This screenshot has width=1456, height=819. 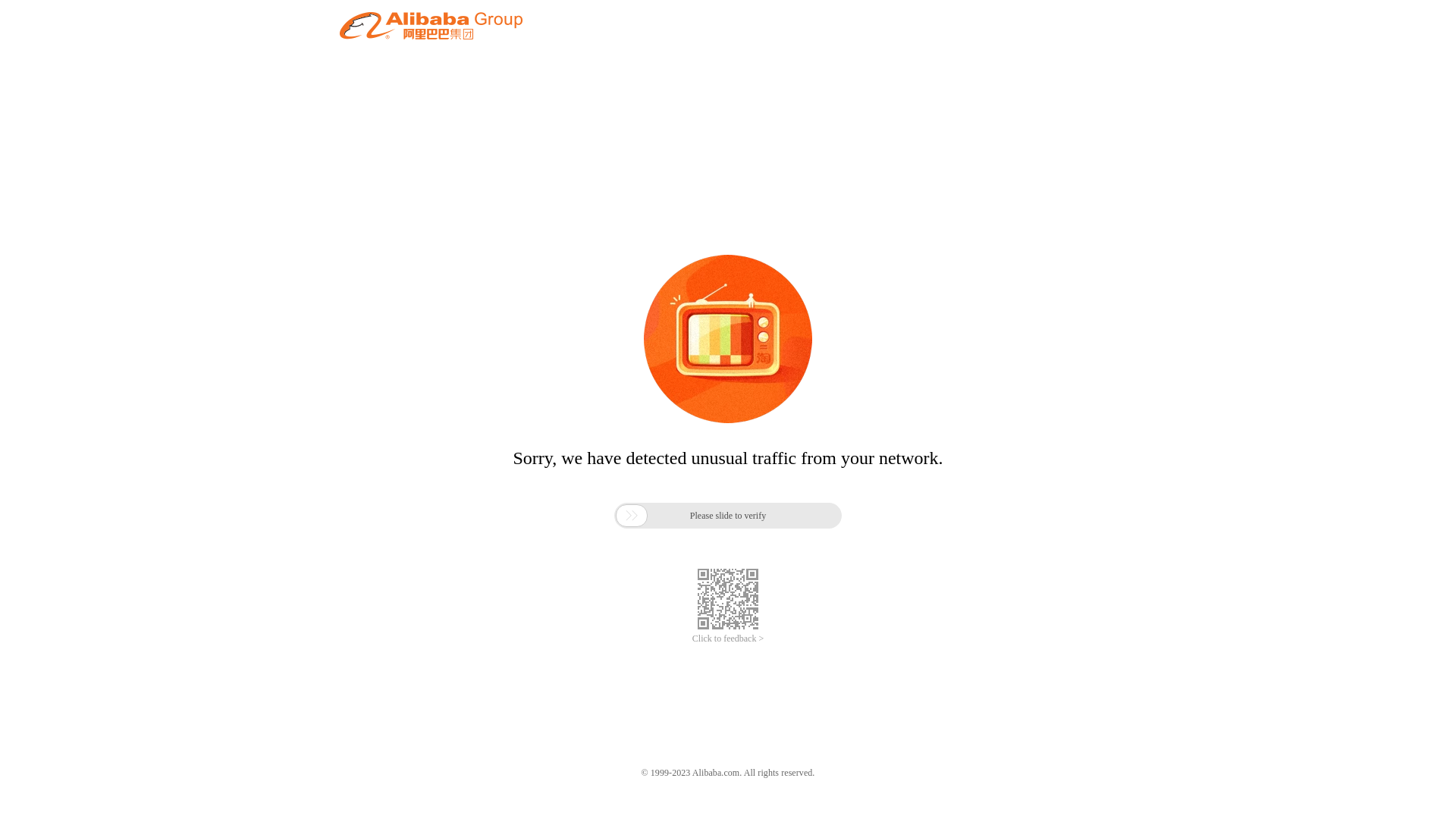 What do you see at coordinates (728, 639) in the screenshot?
I see `'Click to feedback >'` at bounding box center [728, 639].